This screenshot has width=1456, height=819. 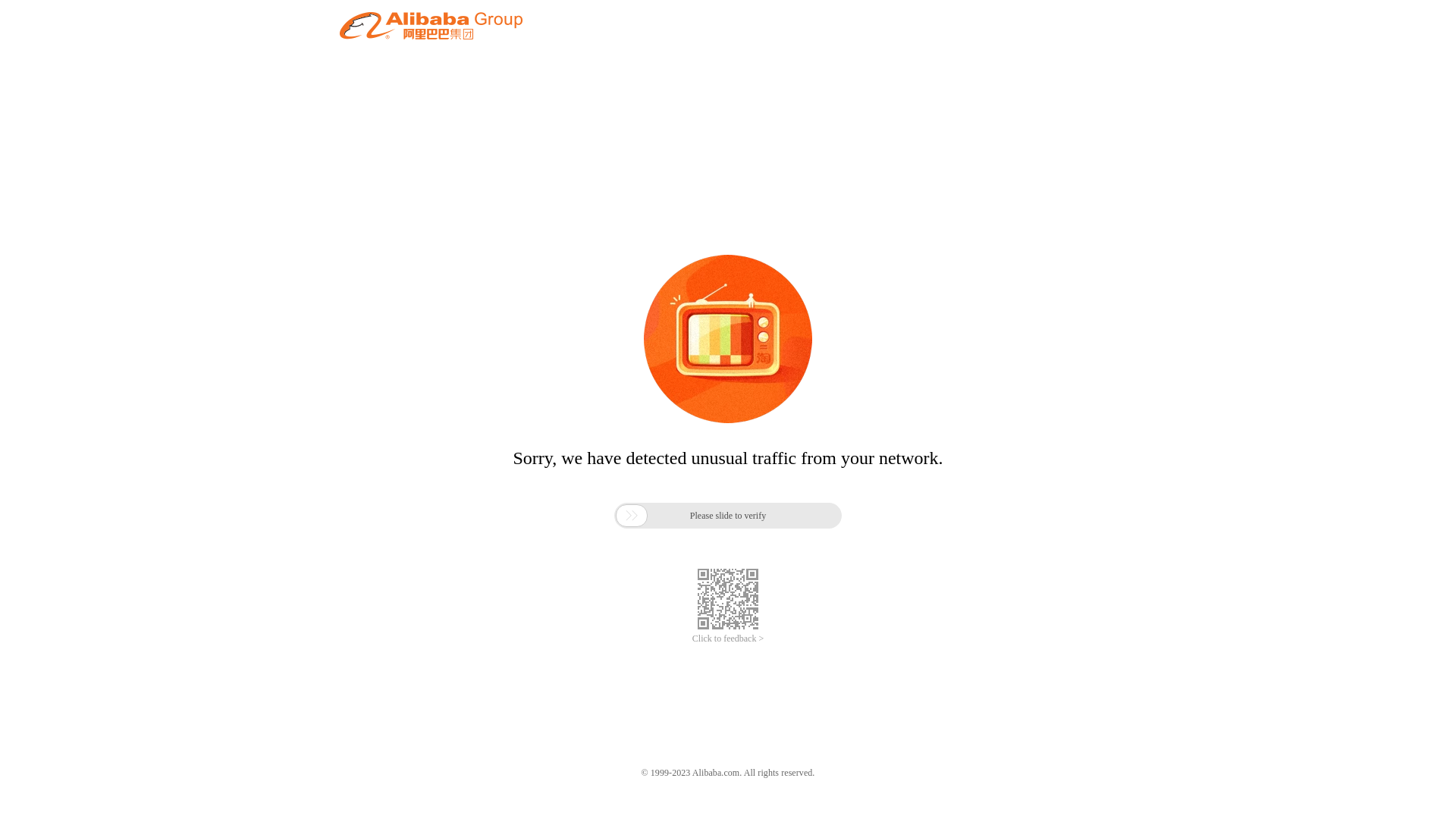 What do you see at coordinates (728, 639) in the screenshot?
I see `'Click to feedback >'` at bounding box center [728, 639].